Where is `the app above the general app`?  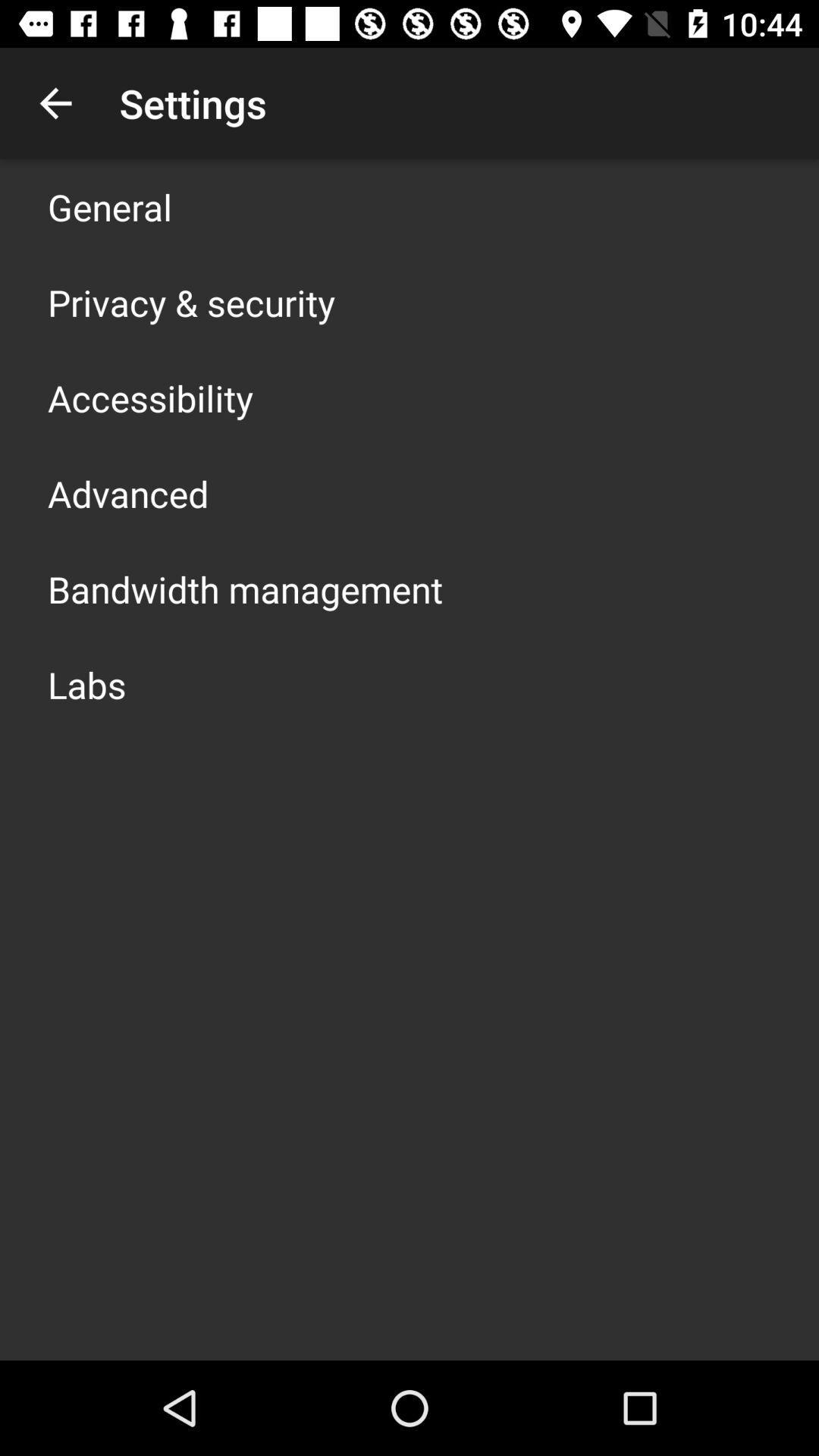
the app above the general app is located at coordinates (55, 102).